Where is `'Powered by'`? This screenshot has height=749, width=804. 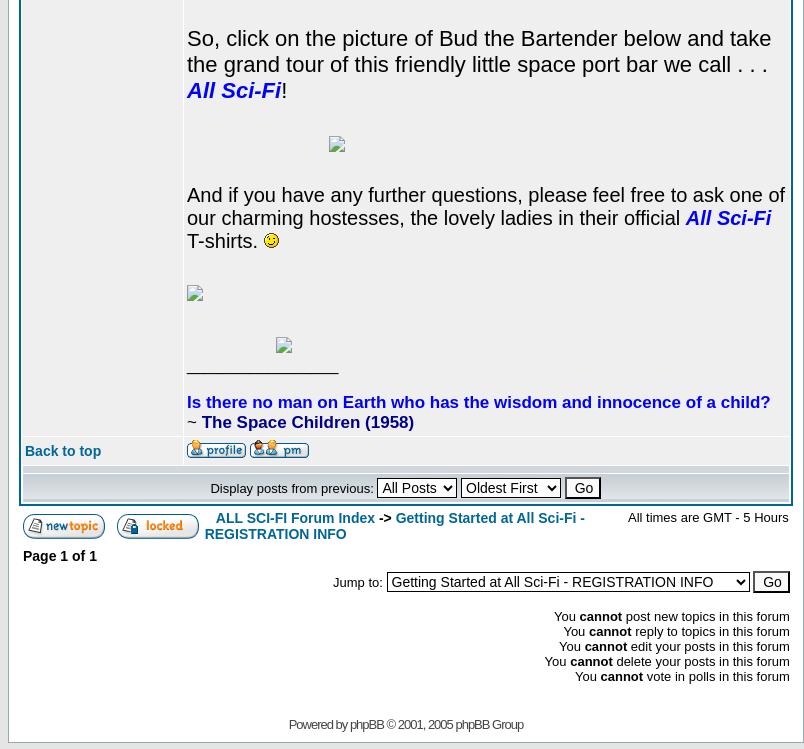 'Powered by' is located at coordinates (318, 722).